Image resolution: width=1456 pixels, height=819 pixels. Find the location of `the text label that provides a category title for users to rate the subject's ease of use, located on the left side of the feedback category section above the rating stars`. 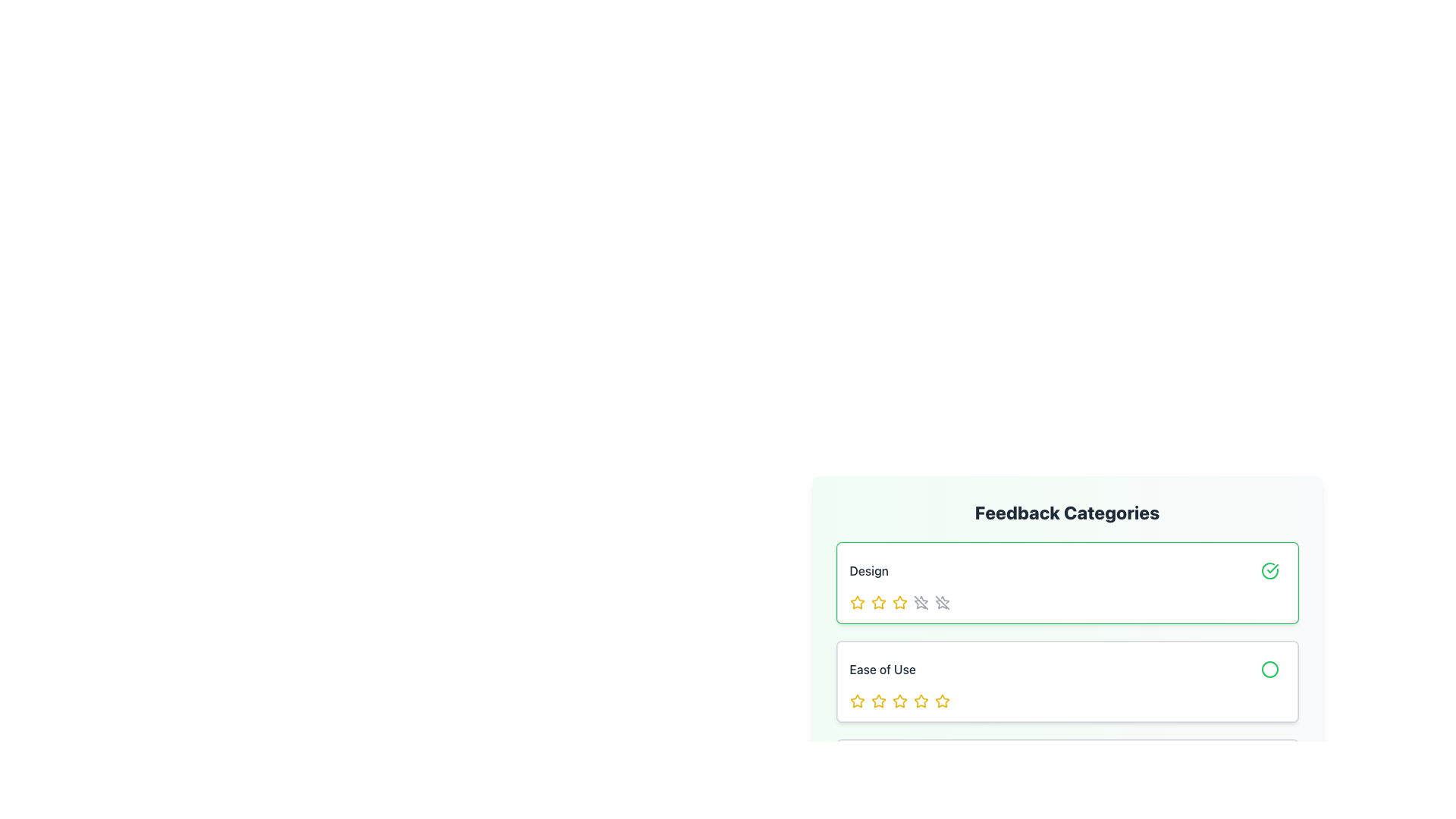

the text label that provides a category title for users to rate the subject's ease of use, located on the left side of the feedback category section above the rating stars is located at coordinates (883, 669).